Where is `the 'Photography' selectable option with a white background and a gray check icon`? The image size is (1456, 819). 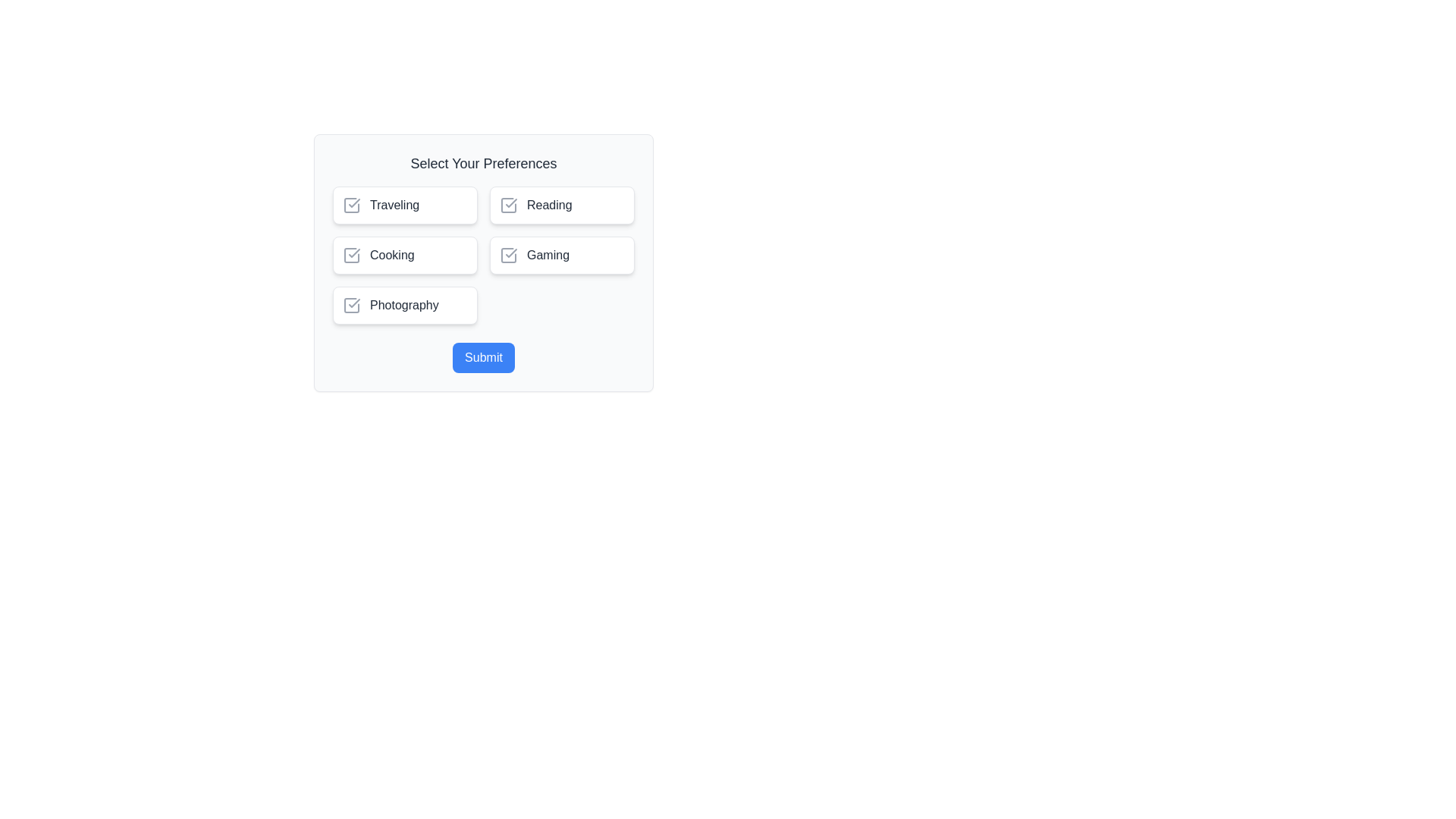 the 'Photography' selectable option with a white background and a gray check icon is located at coordinates (405, 305).